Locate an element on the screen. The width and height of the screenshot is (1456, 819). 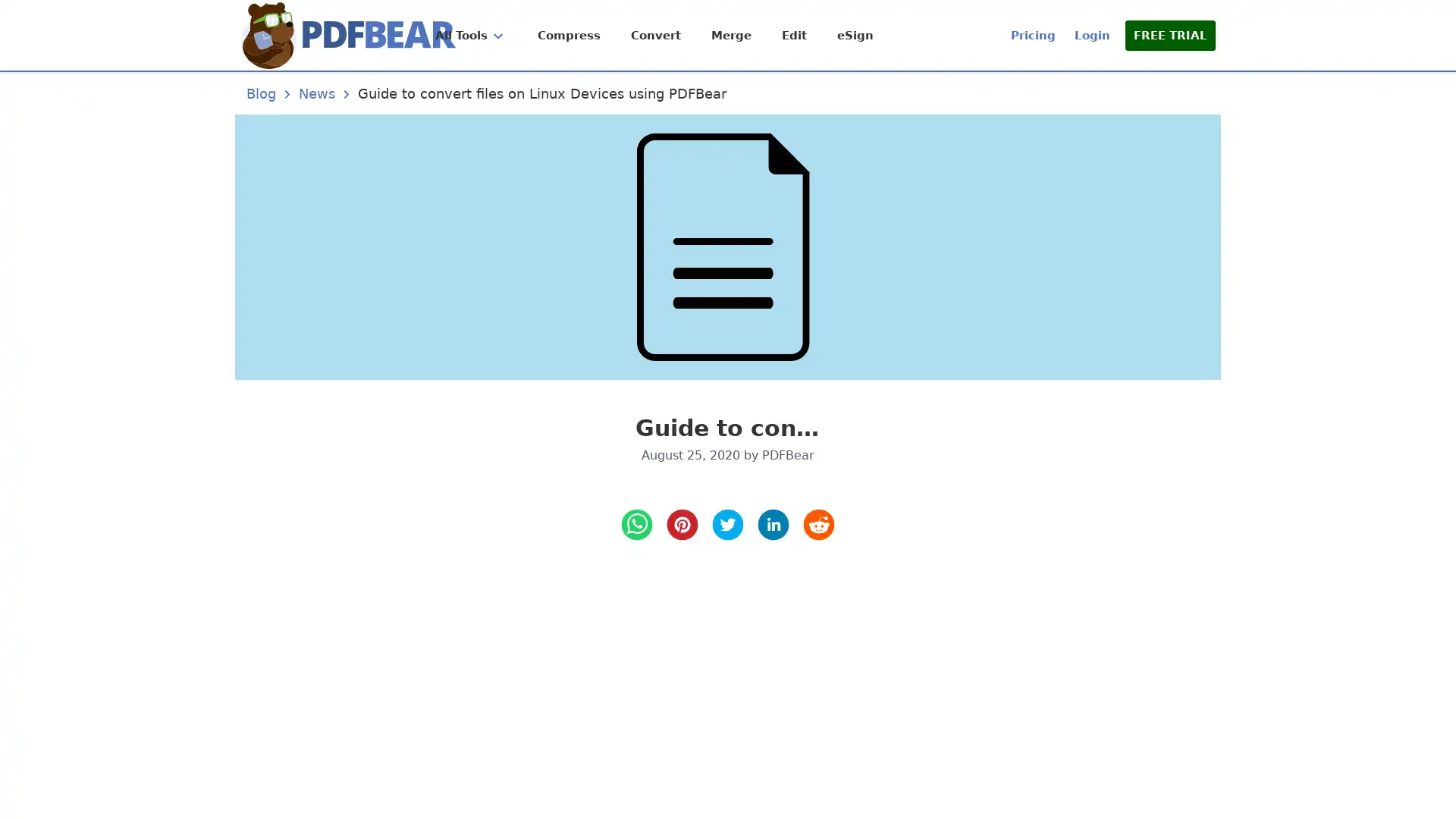
Guide to convert files on Linux Devices using PDFBear is located at coordinates (728, 246).